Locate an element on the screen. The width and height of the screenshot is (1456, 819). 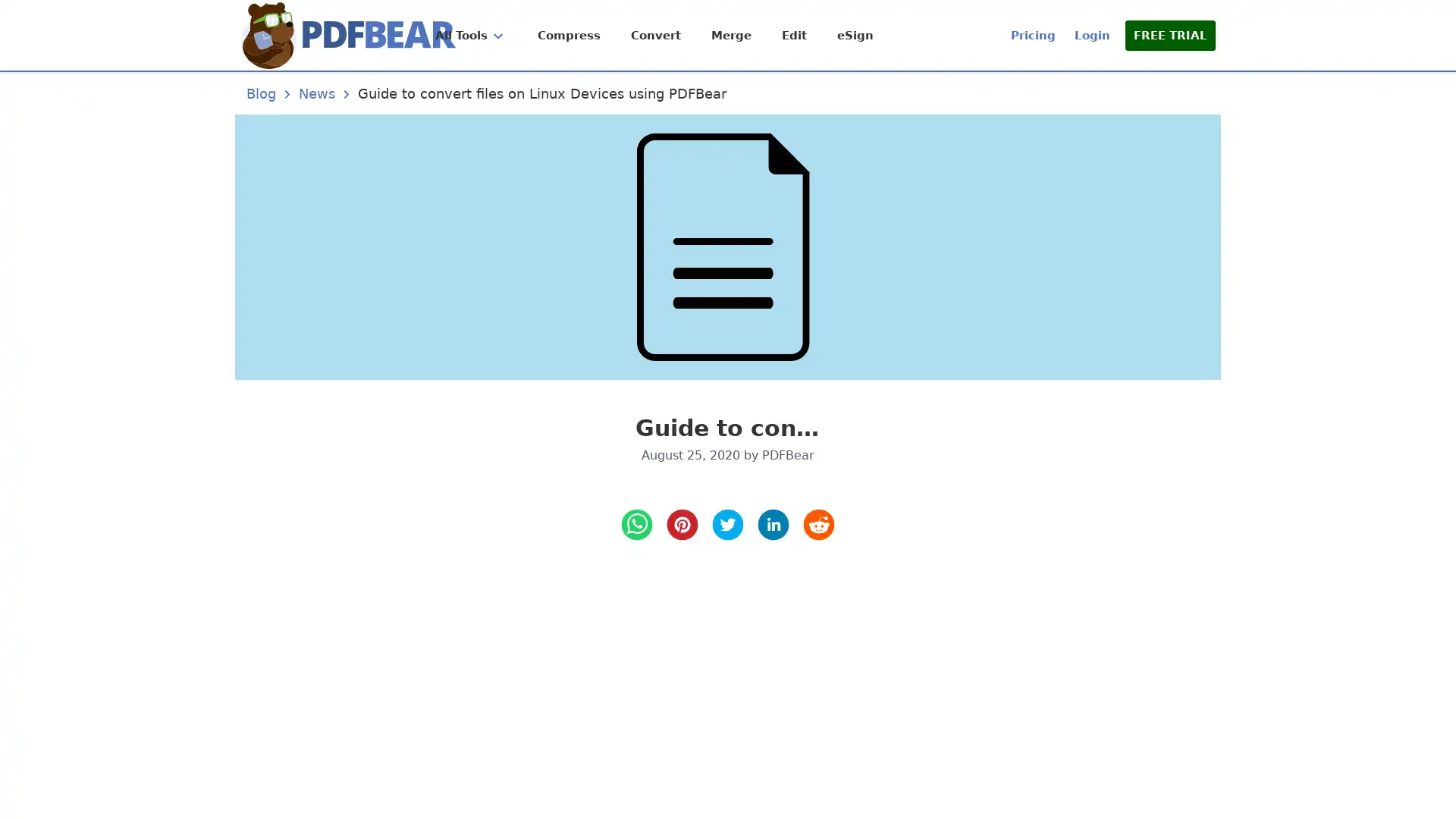
Guide to convert files on Linux Devices using PDFBear is located at coordinates (728, 246).